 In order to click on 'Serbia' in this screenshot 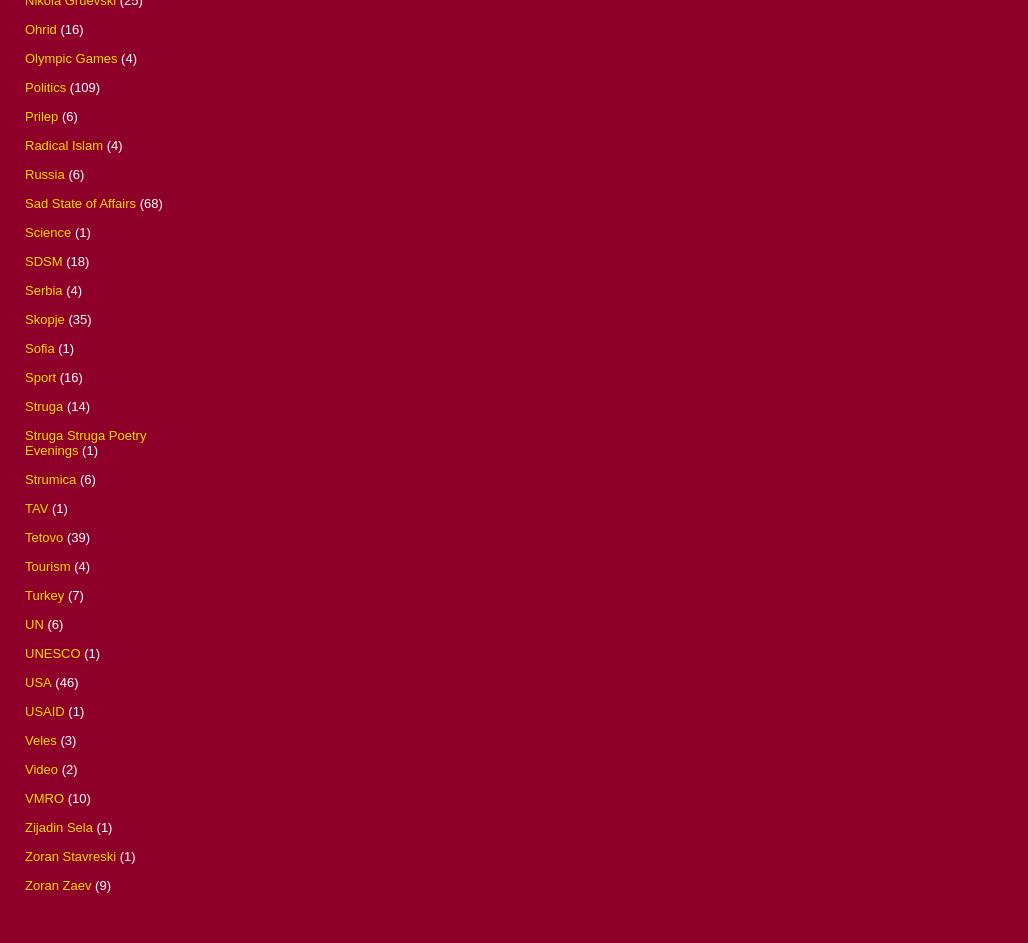, I will do `click(43, 288)`.